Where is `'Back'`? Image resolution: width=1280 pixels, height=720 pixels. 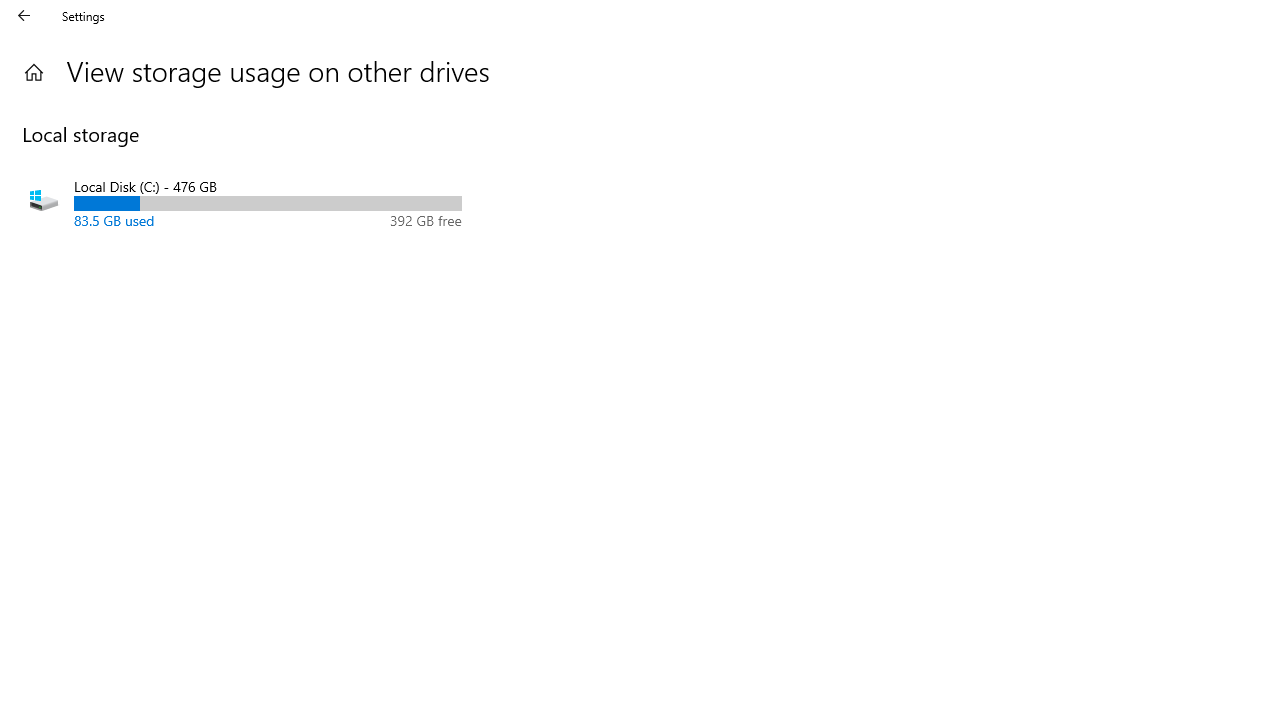 'Back' is located at coordinates (24, 15).